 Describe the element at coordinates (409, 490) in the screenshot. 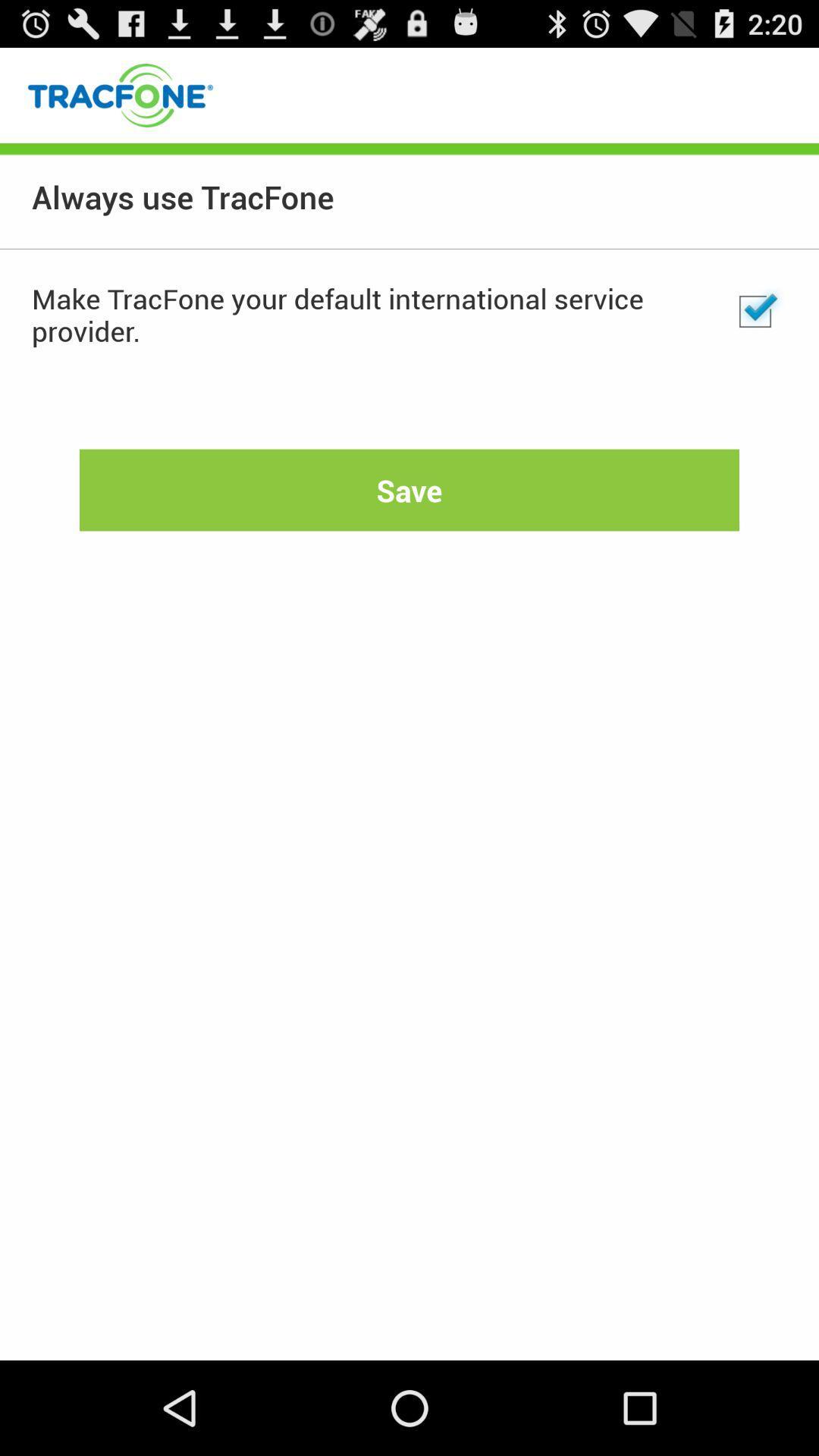

I see `the item at the center` at that location.